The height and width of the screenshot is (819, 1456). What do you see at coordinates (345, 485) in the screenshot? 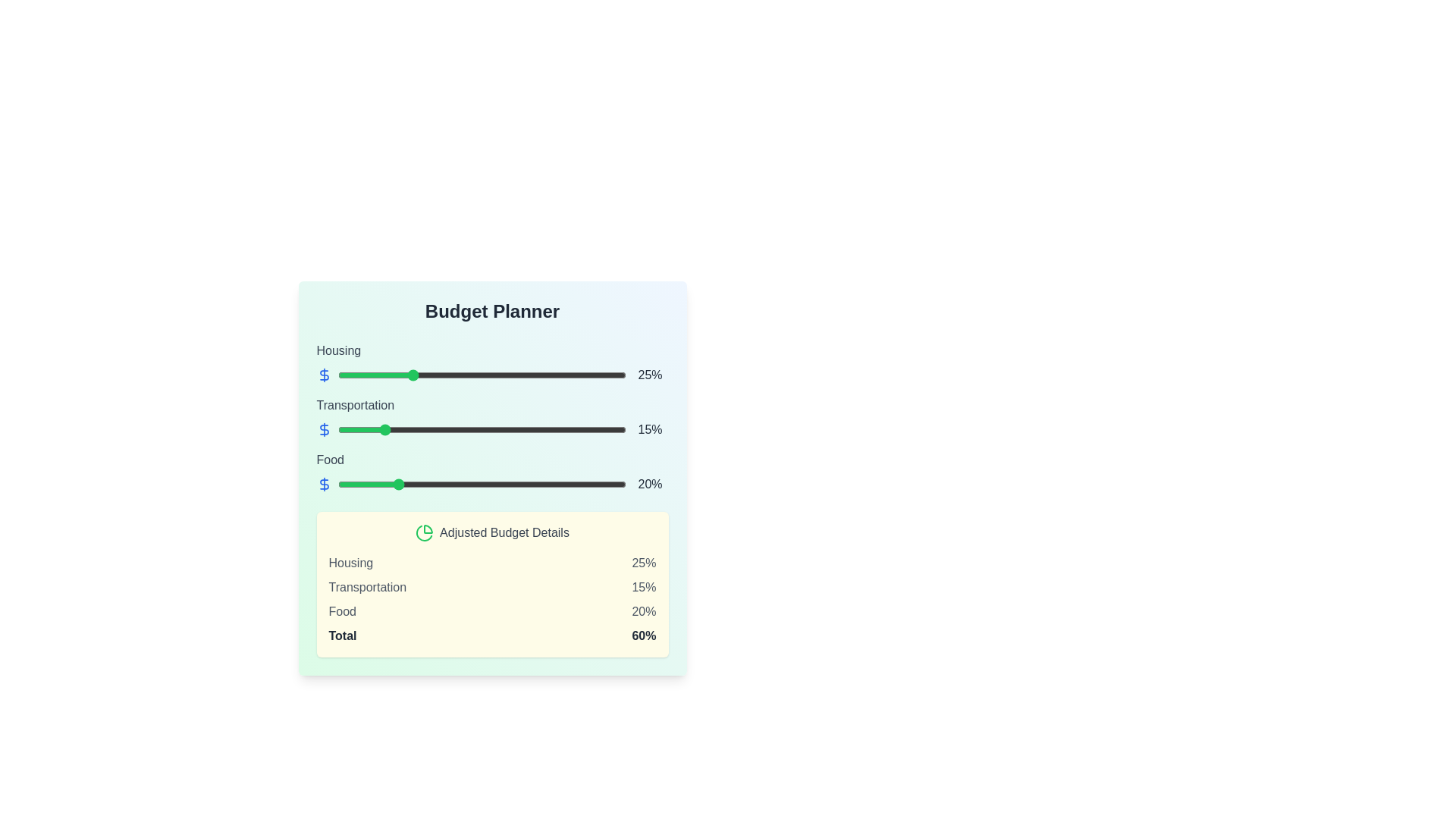
I see `the slider value` at bounding box center [345, 485].